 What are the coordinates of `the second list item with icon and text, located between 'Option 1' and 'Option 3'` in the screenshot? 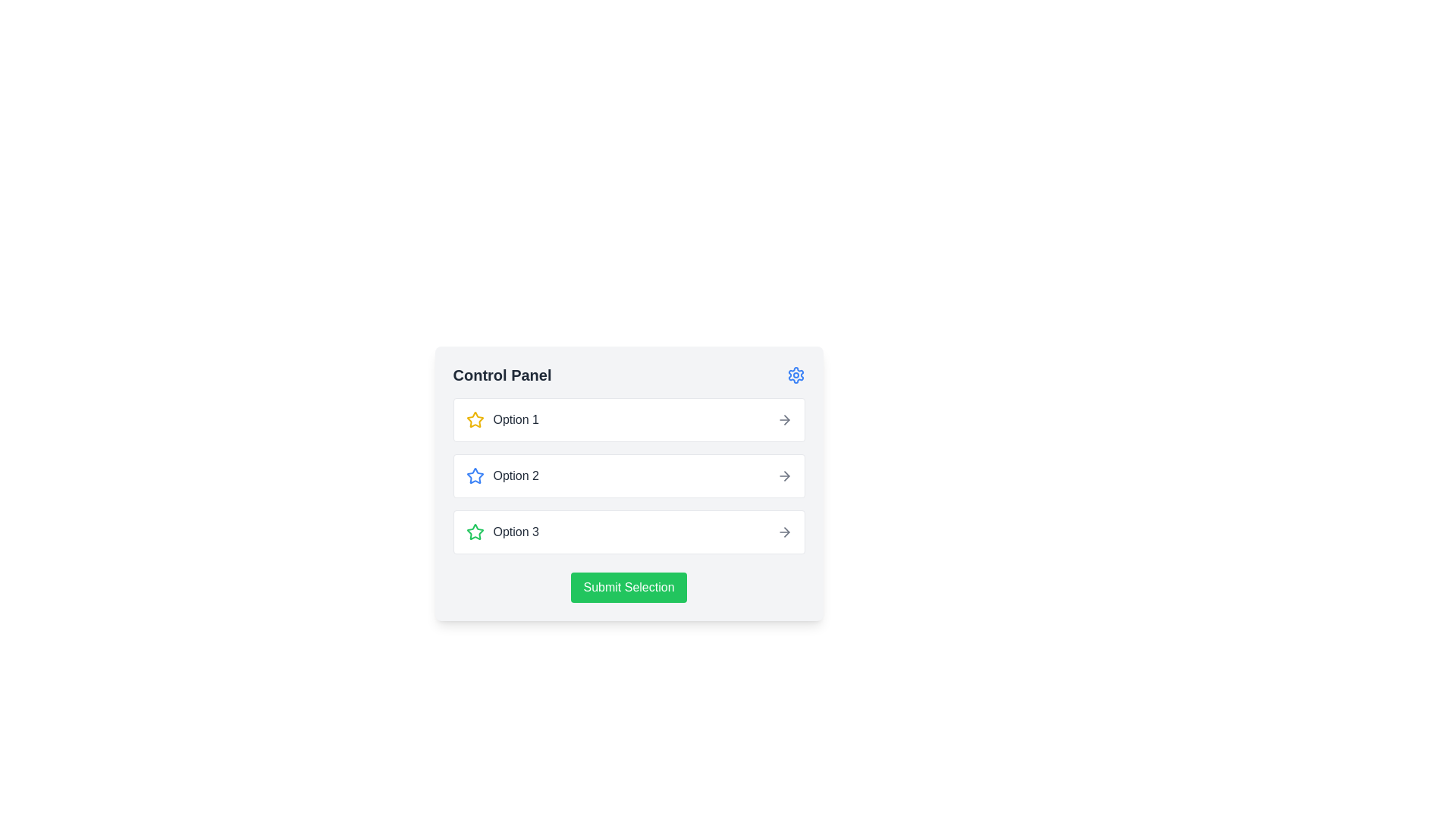 It's located at (502, 475).